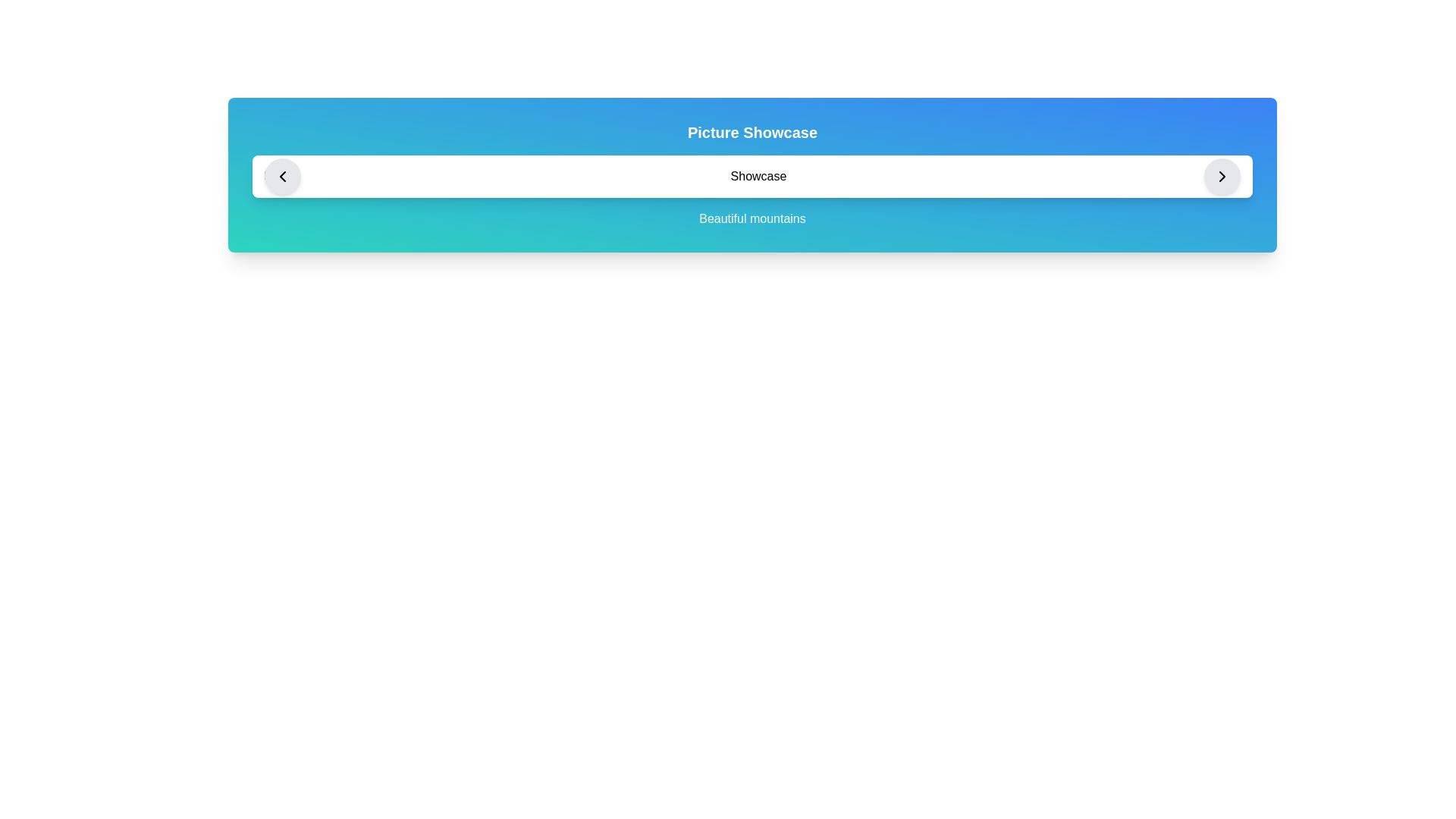 The width and height of the screenshot is (1456, 819). What do you see at coordinates (1222, 175) in the screenshot?
I see `the right-pointing chevron icon inside the circular button at the far right of the horizontal bar` at bounding box center [1222, 175].